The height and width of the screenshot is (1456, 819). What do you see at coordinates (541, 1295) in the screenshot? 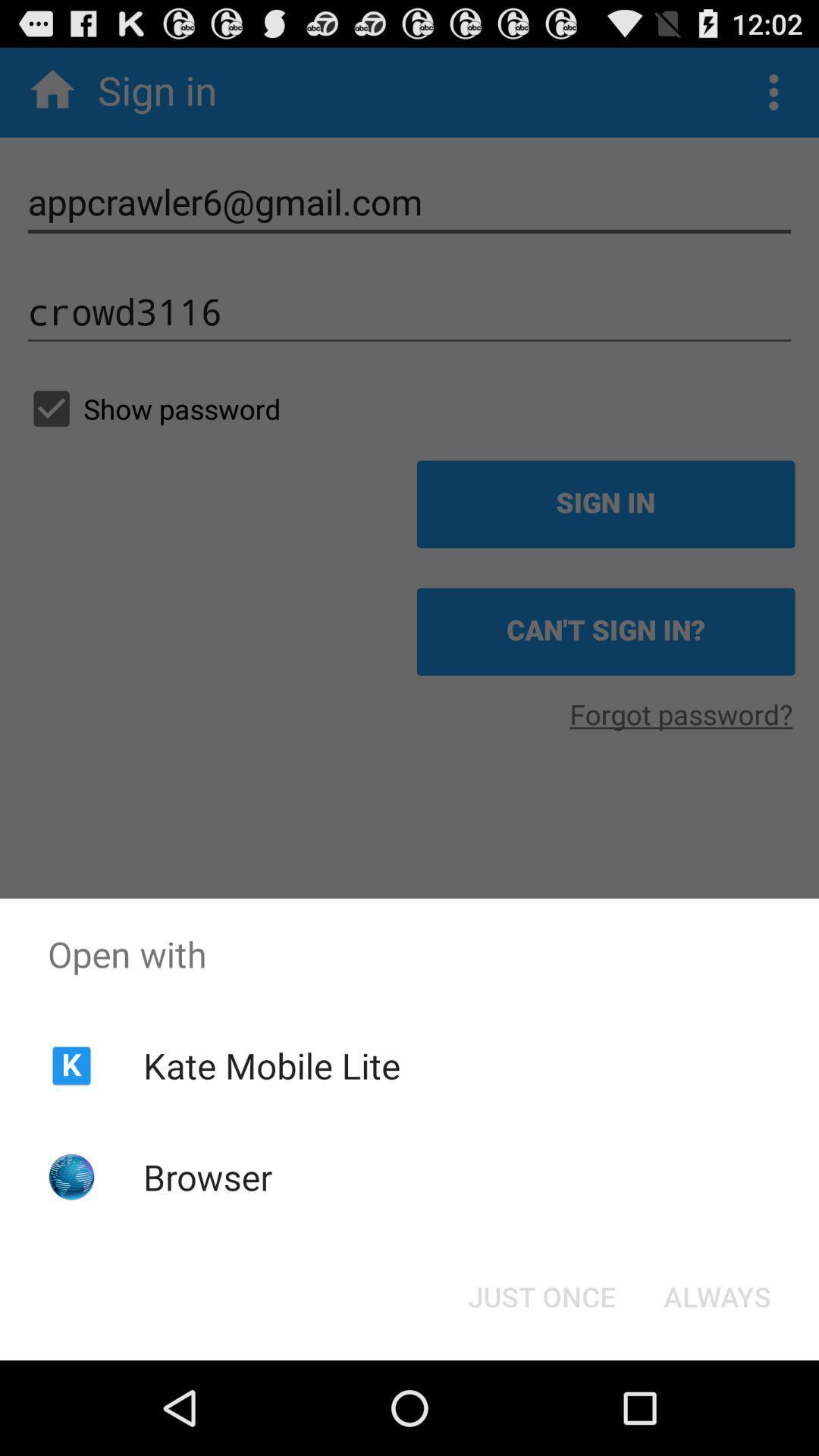
I see `the icon next to always button` at bounding box center [541, 1295].